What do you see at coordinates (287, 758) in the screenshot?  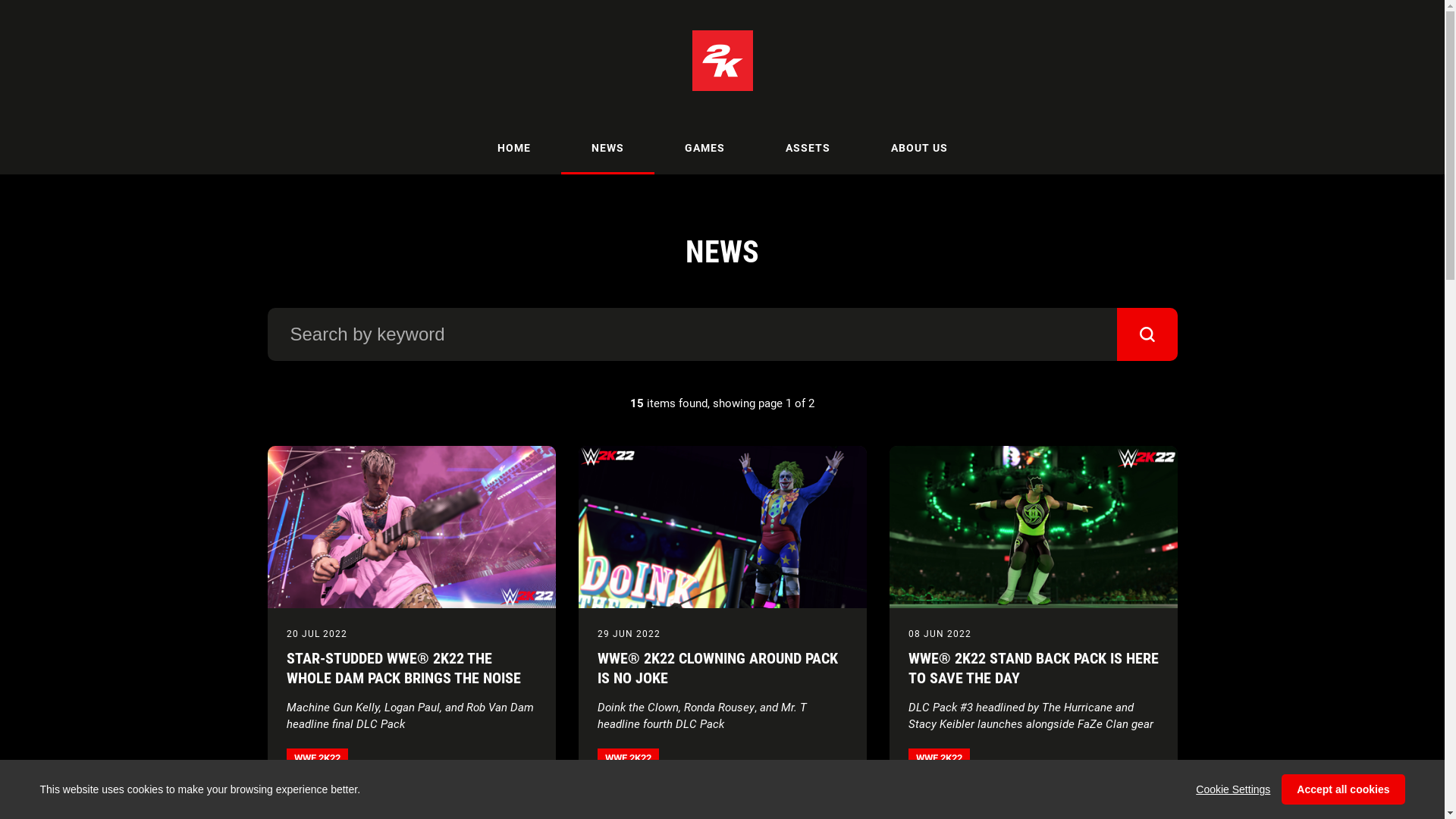 I see `'WWE 2K22'` at bounding box center [287, 758].